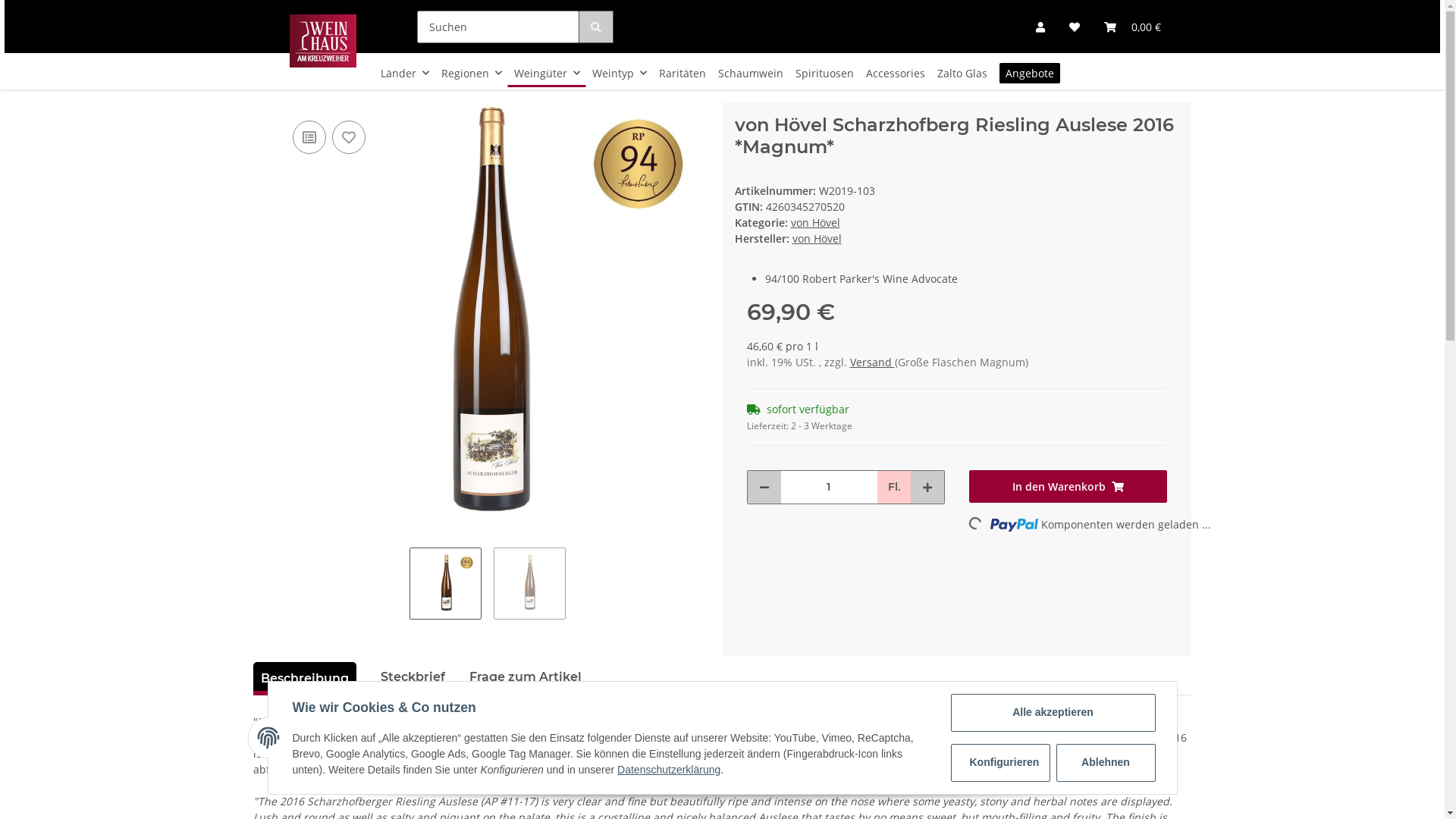 This screenshot has width=1456, height=819. Describe the element at coordinates (750, 73) in the screenshot. I see `'Schaumwein'` at that location.